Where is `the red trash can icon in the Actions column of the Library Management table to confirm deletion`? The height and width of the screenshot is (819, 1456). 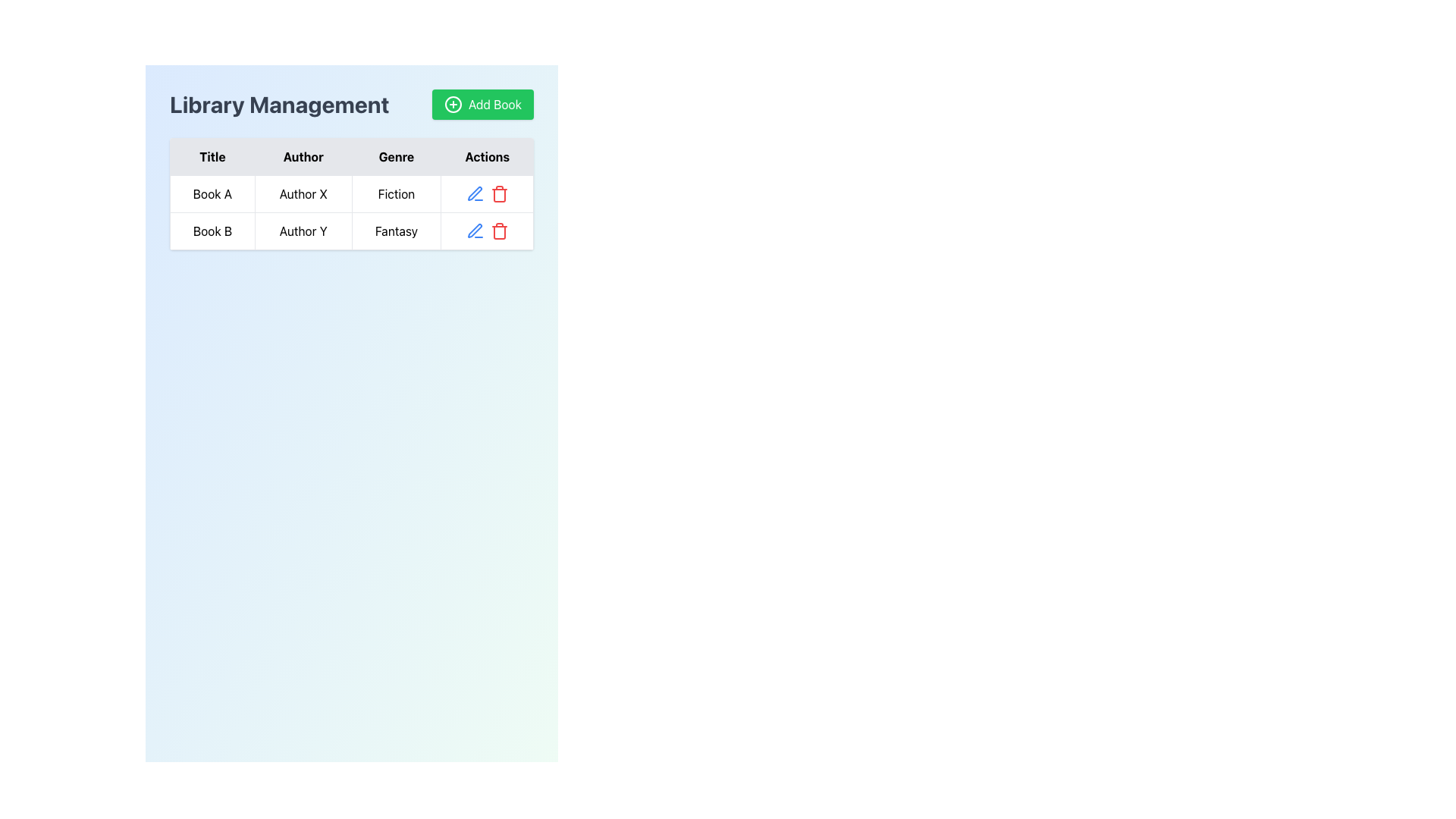
the red trash can icon in the Actions column of the Library Management table to confirm deletion is located at coordinates (487, 193).